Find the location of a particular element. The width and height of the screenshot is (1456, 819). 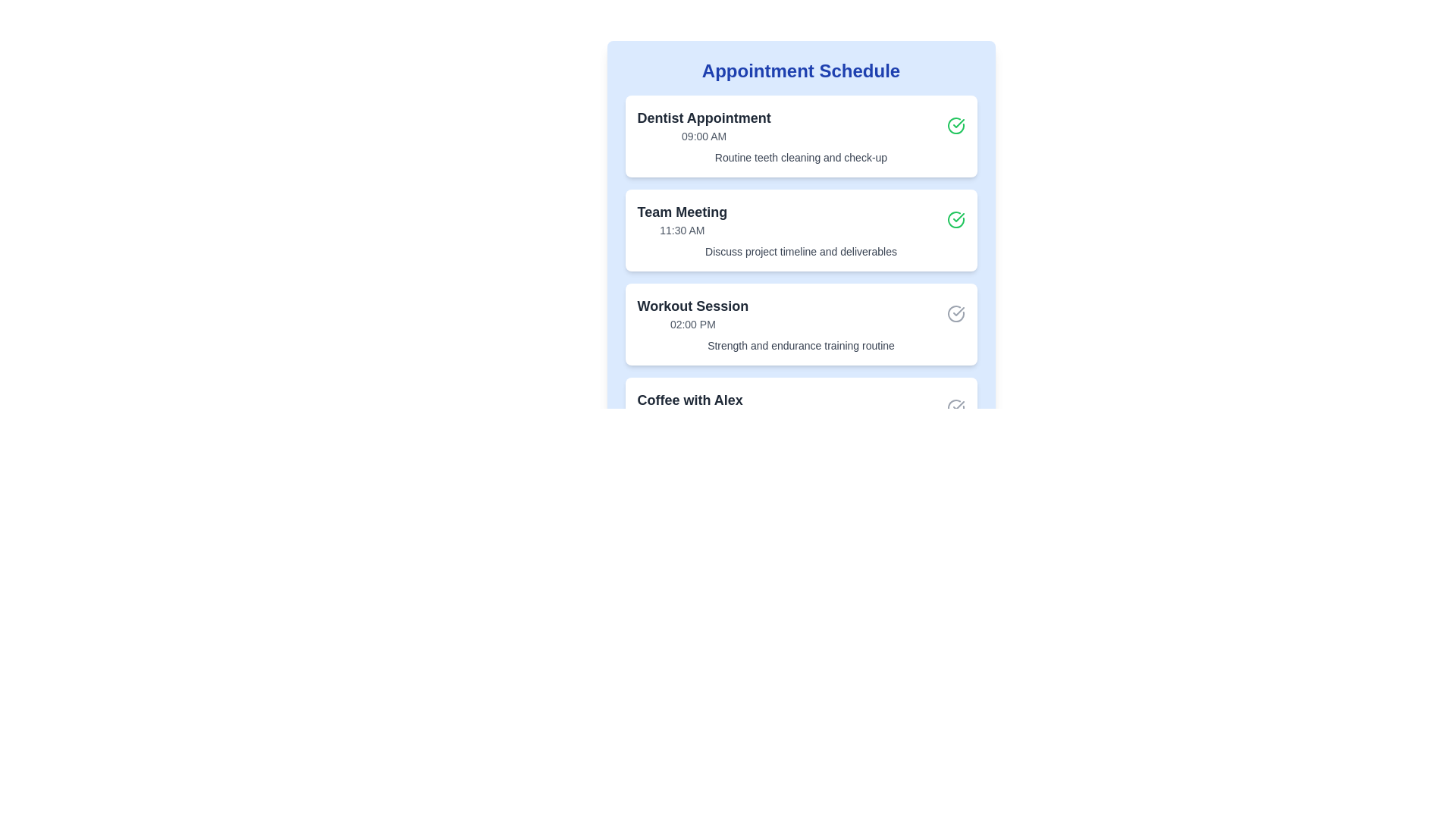

the text label displaying 'Routine teeth cleaning and check-up', which is located under the '09:00 AM' time and 'Dentist Appointment' heading in the appointment list is located at coordinates (800, 158).